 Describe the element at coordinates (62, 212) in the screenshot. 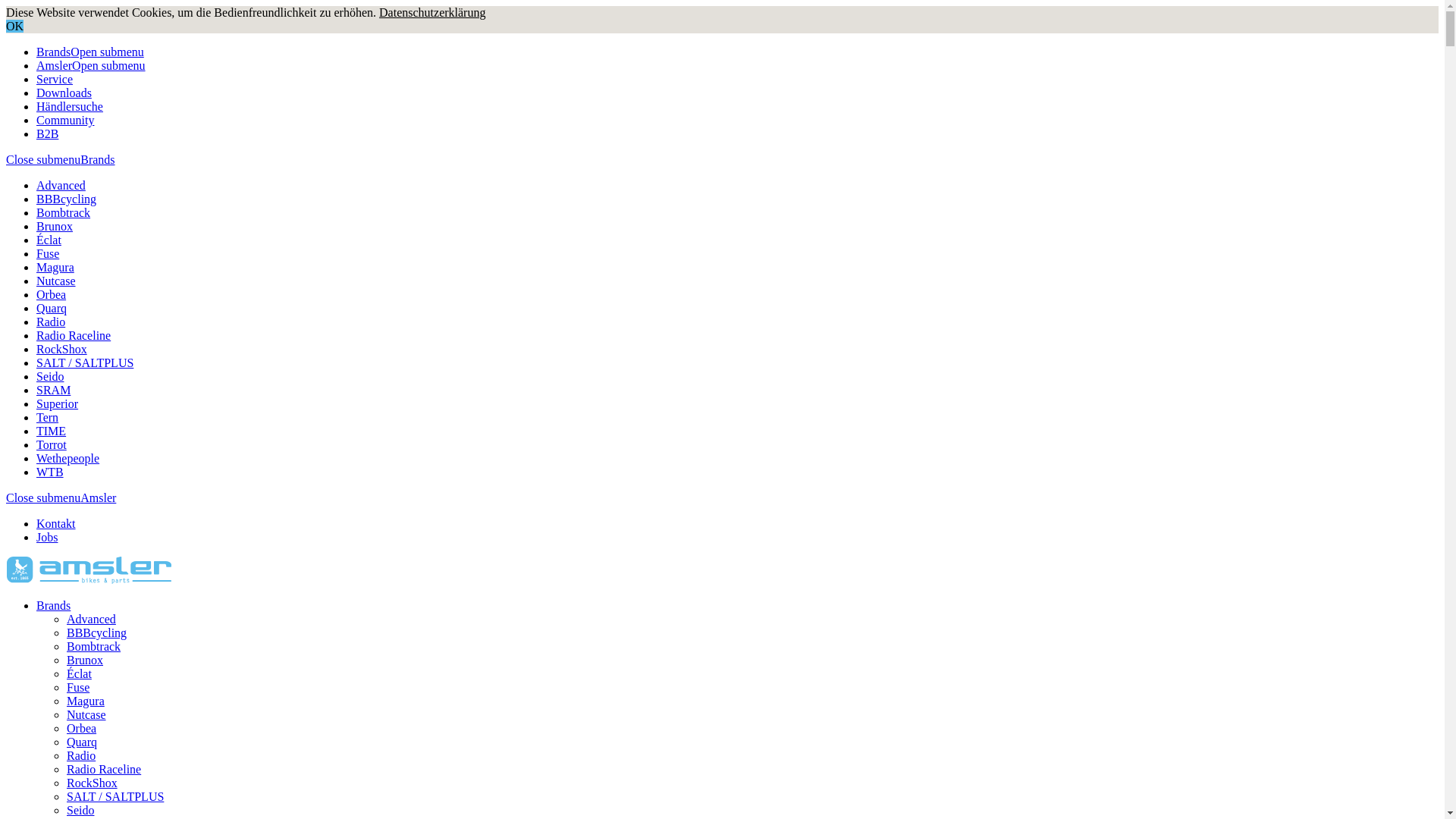

I see `'Bombtrack'` at that location.